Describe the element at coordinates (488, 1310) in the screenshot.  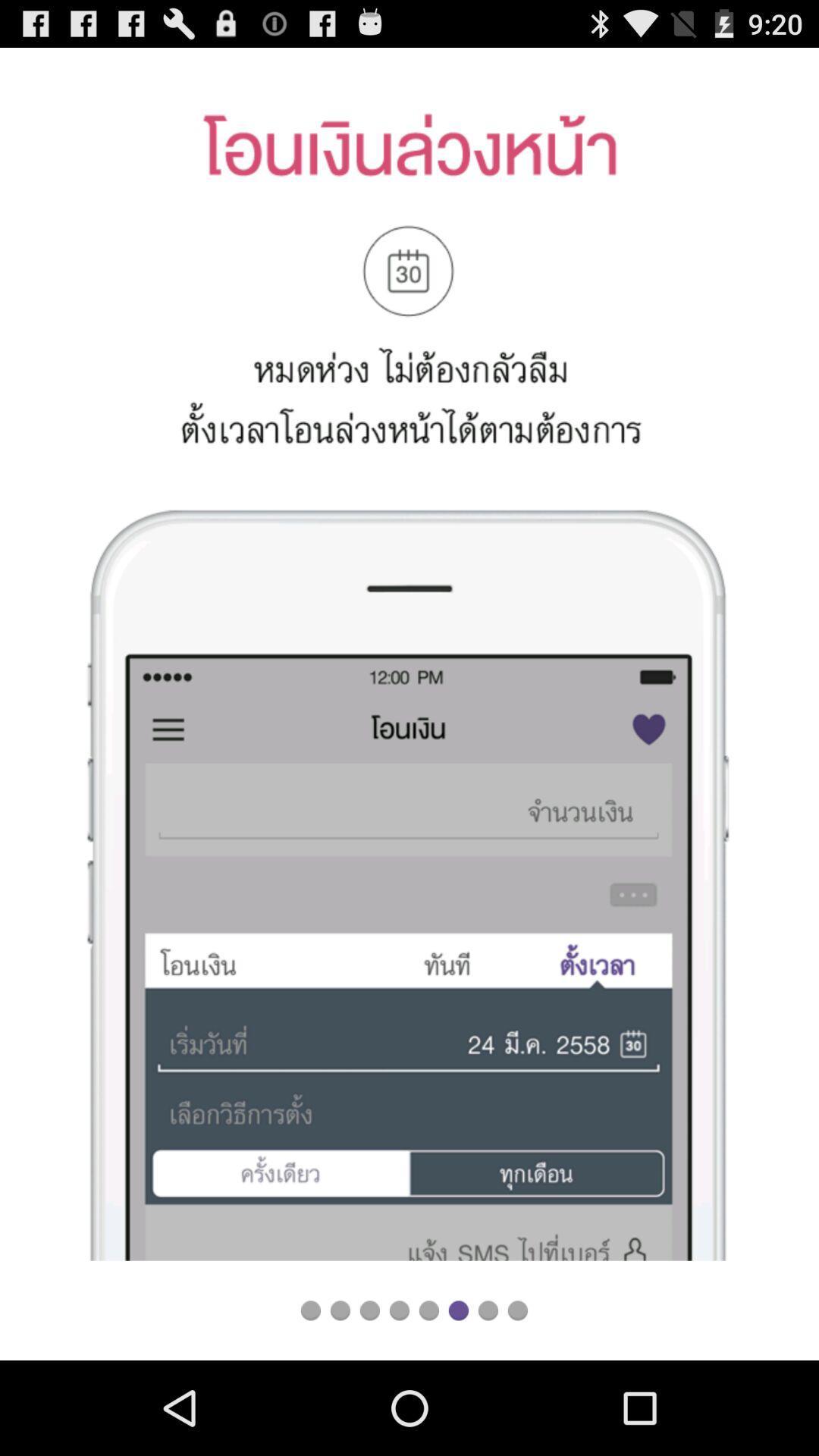
I see `next slide show` at that location.